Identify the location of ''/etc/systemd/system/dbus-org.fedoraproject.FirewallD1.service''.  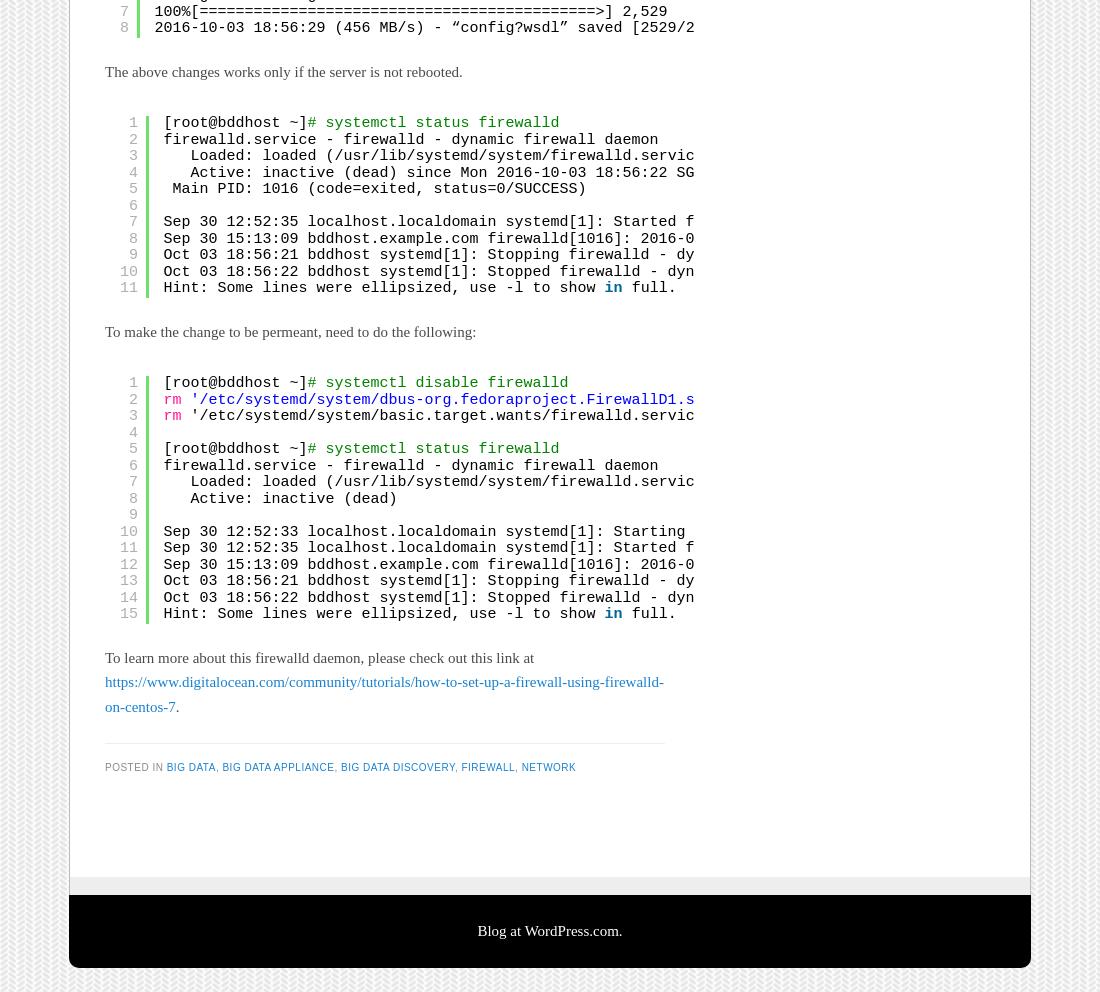
(472, 400).